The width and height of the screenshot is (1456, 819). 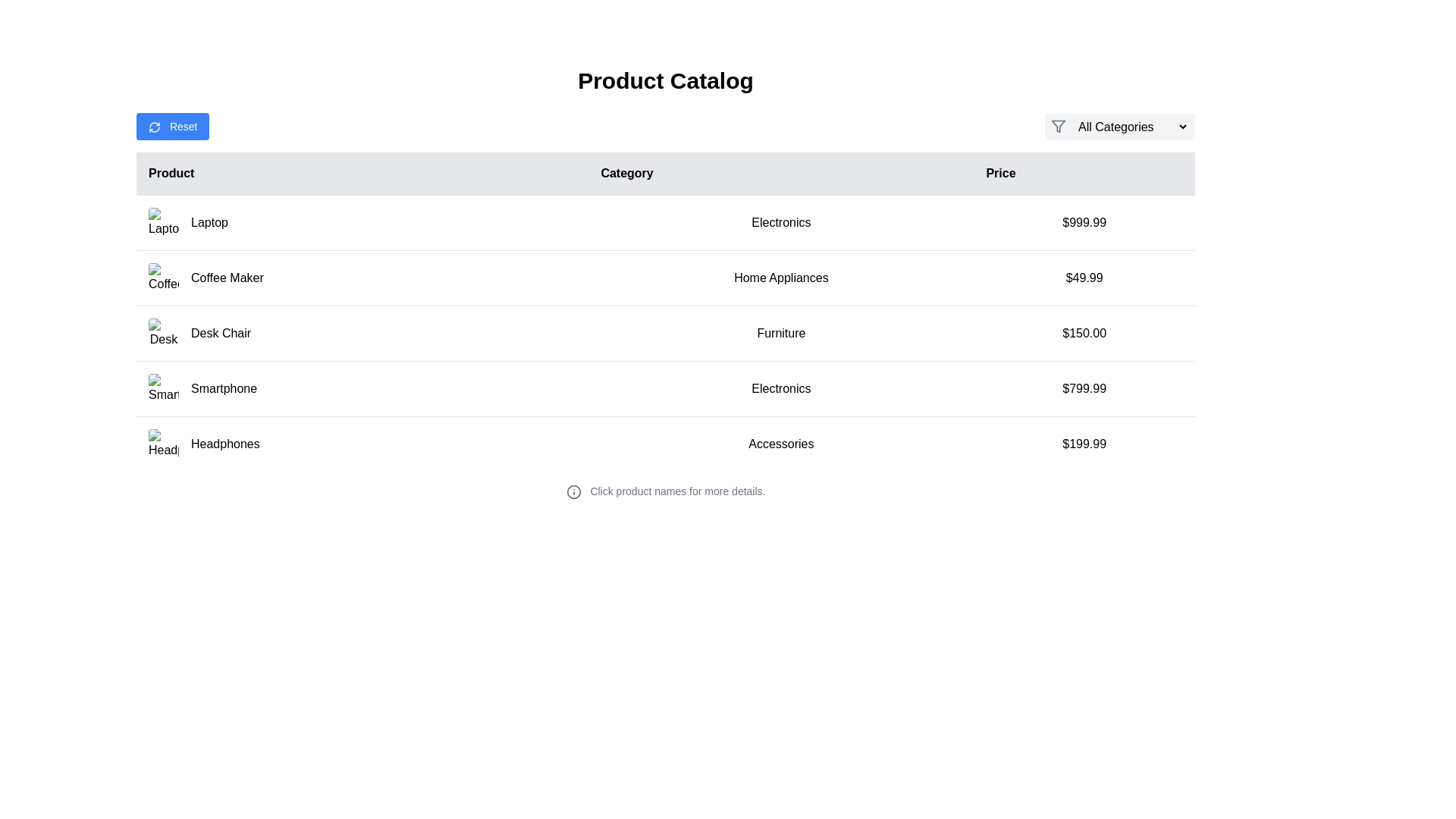 I want to click on the text content of the static label displaying the price of the 'Desk Chair' located in the 'Price' column of the product catalog table, so click(x=1084, y=332).